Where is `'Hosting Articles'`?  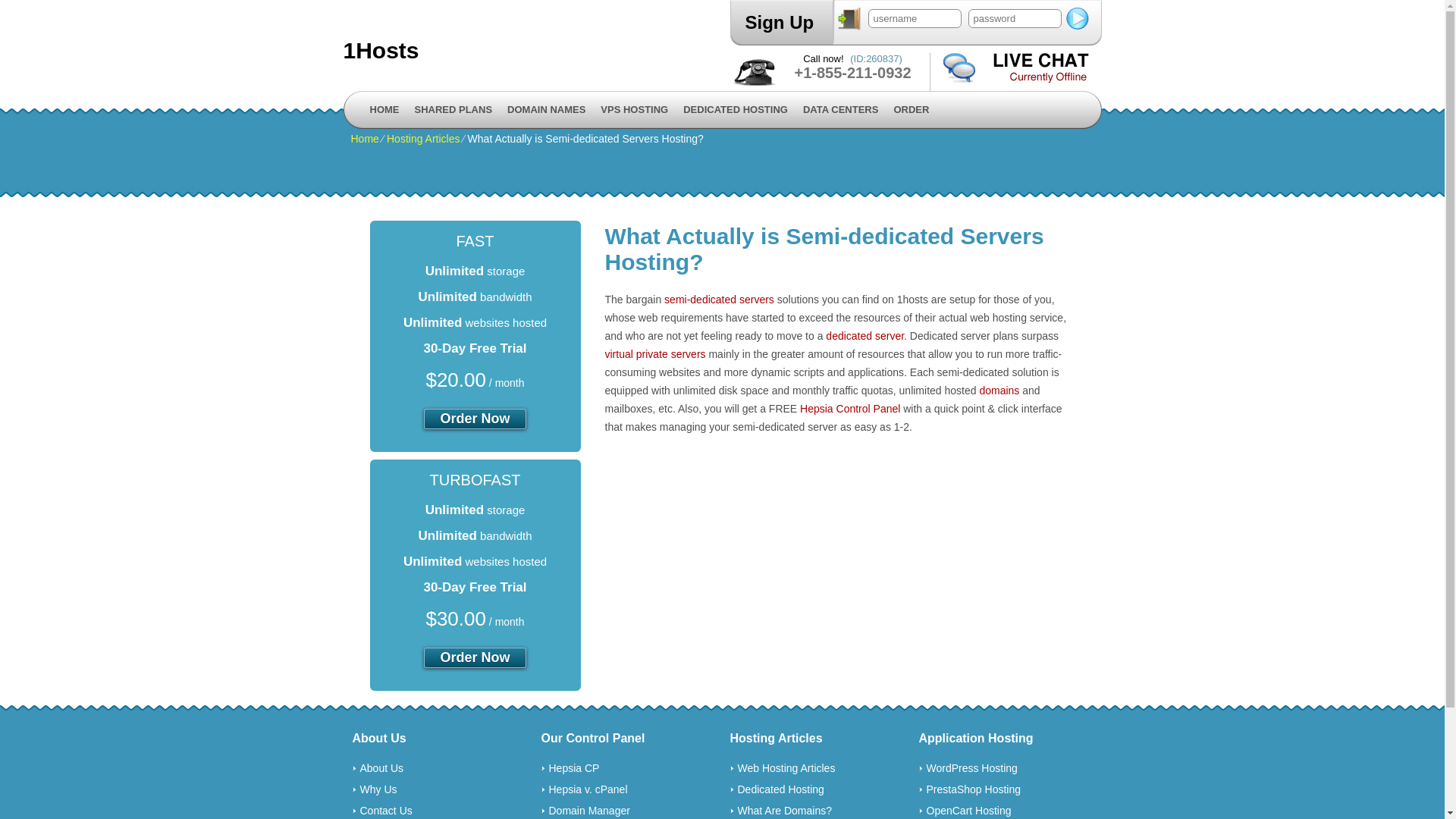
'Hosting Articles' is located at coordinates (422, 138).